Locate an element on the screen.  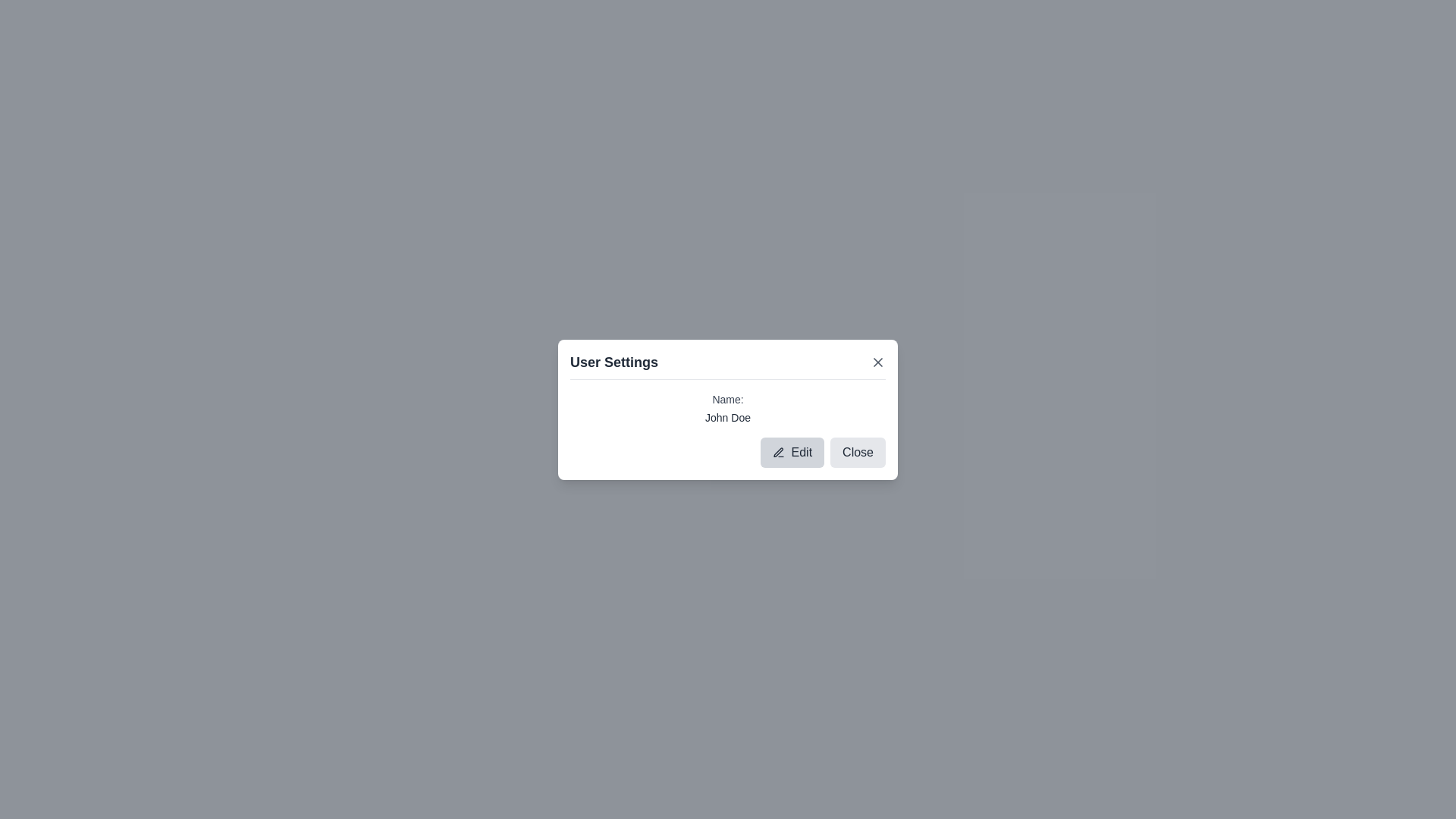
the 'Edit' button with a pen icon located in the lower-right corner of the 'User Settings' modal is located at coordinates (792, 451).